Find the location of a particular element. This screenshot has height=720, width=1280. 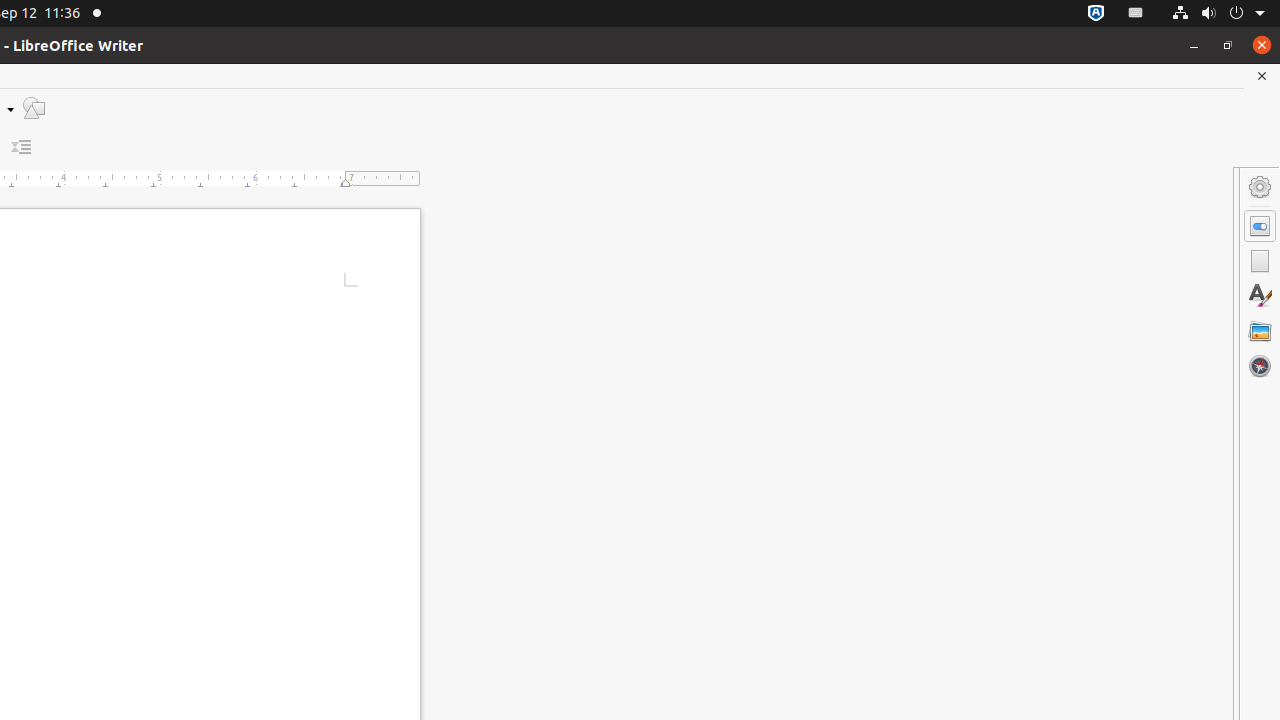

'Gallery' is located at coordinates (1259, 329).